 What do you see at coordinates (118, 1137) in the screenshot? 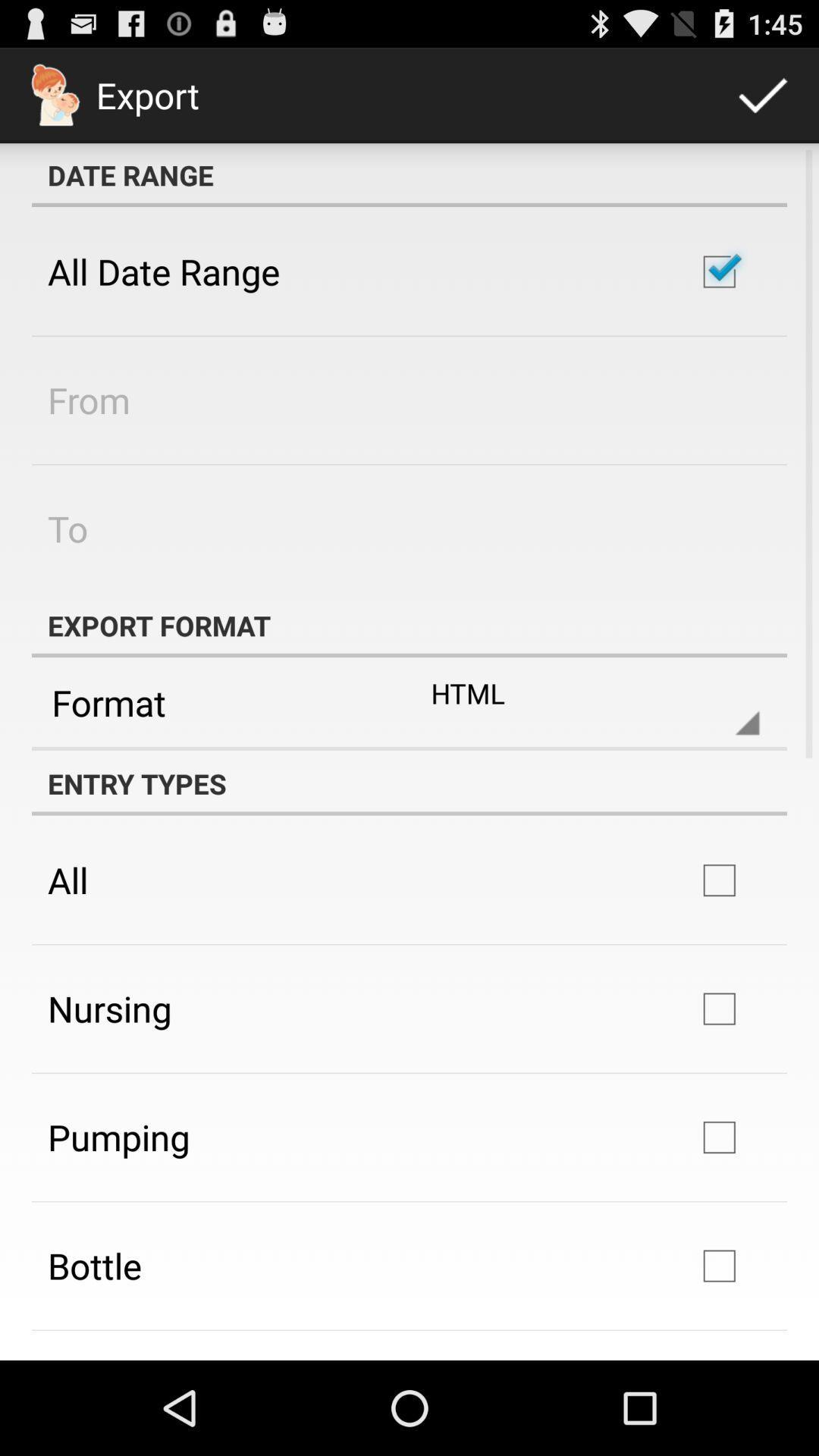
I see `the item below nursing` at bounding box center [118, 1137].